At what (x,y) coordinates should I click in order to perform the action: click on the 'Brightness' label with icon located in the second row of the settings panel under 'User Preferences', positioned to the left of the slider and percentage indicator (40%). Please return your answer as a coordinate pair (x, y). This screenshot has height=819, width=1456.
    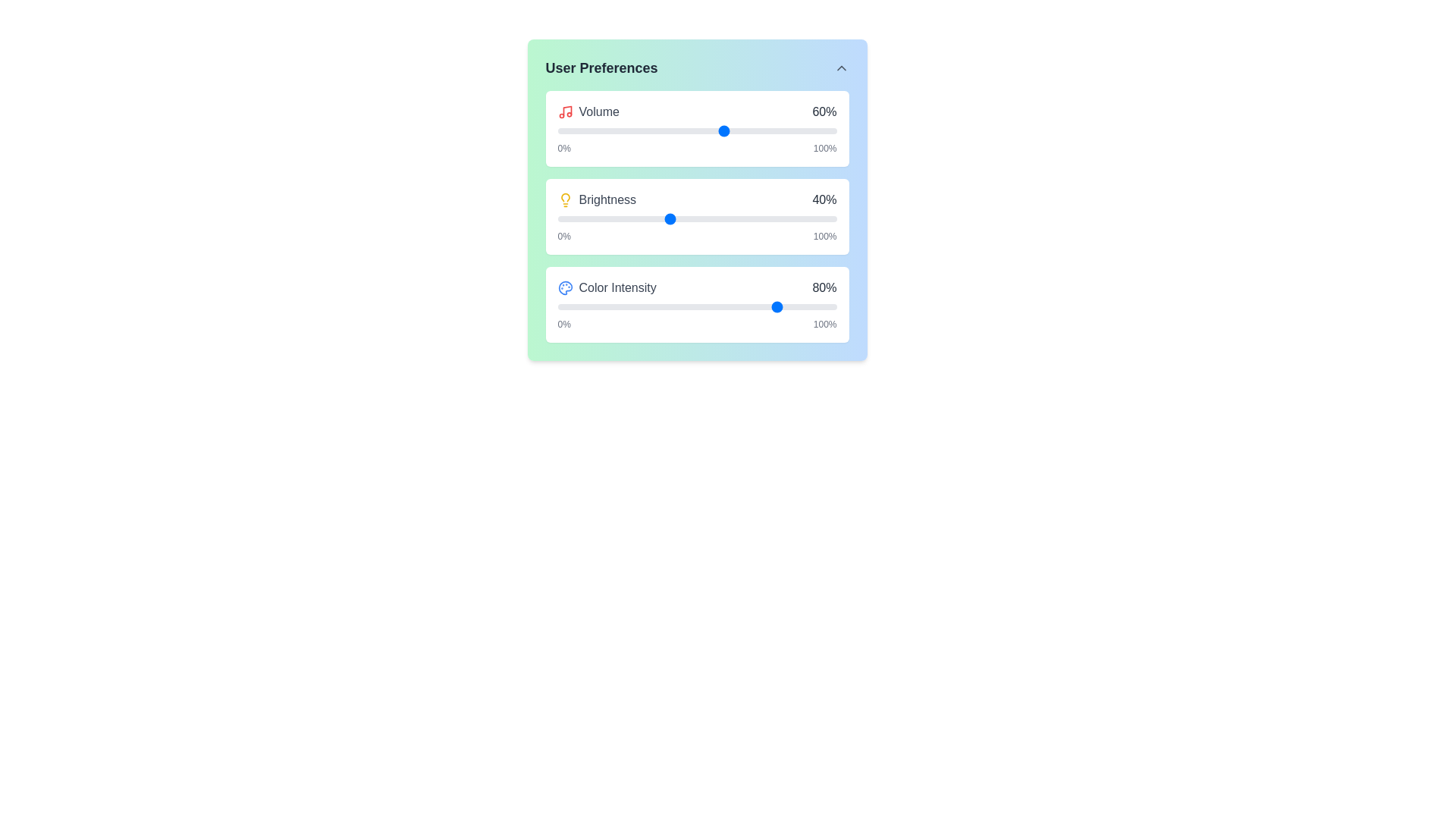
    Looking at the image, I should click on (596, 199).